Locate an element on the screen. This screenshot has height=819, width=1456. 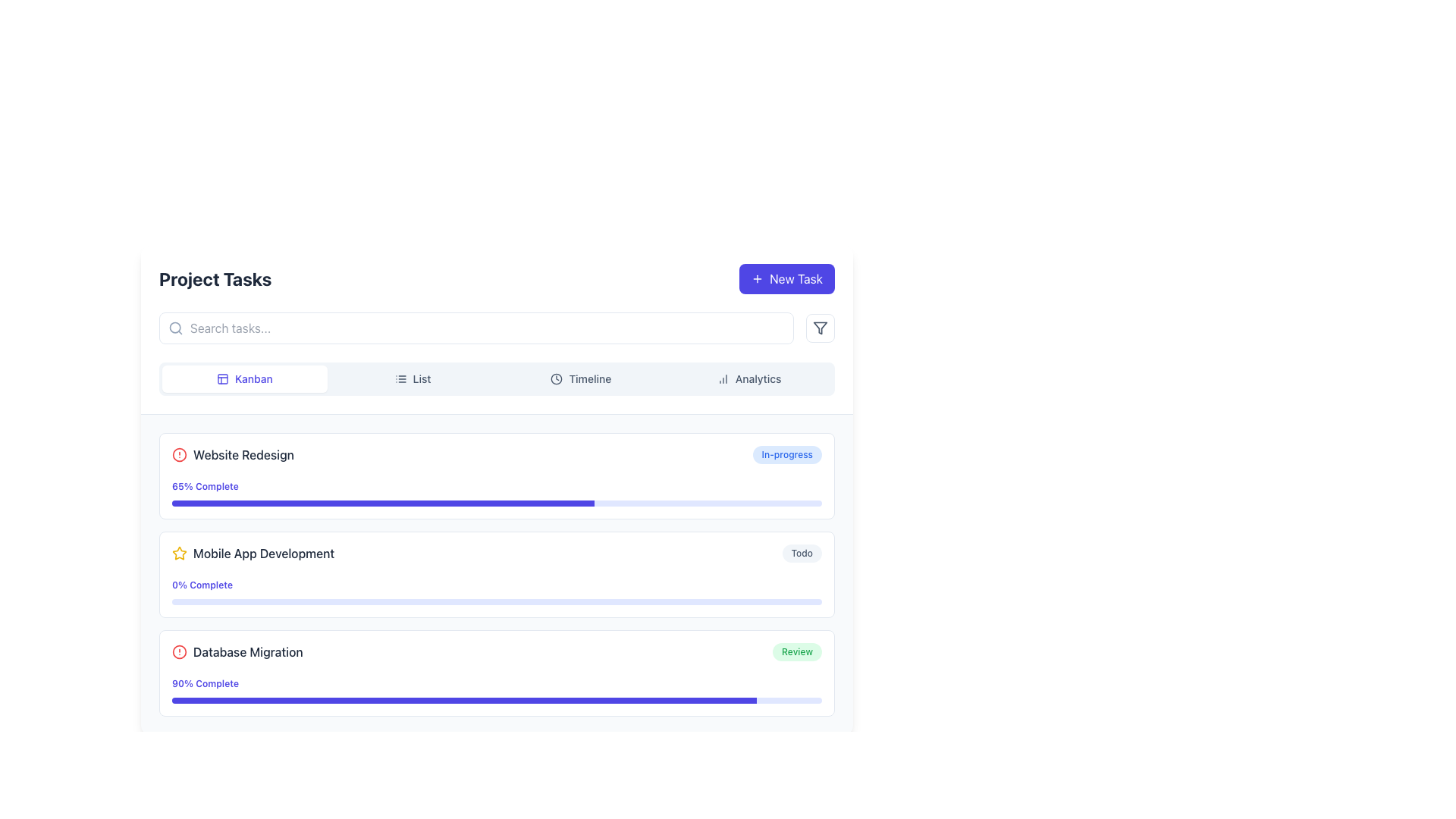
the text label that indicates the completion percentage of the 'Website Redesign' task, located in the first task card above the progress bar is located at coordinates (204, 485).